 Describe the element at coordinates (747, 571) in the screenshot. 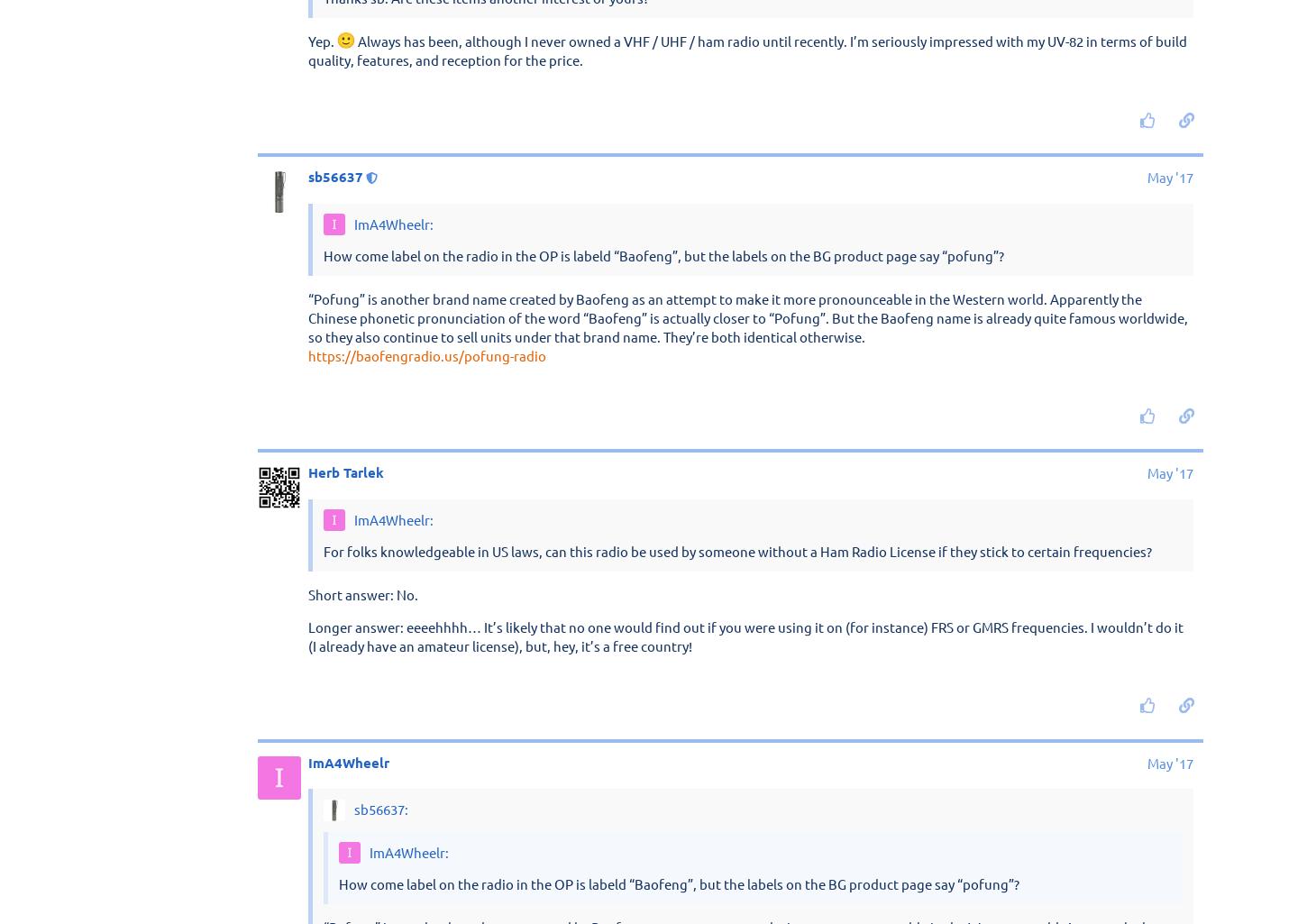

I see `'Always has been, although I never owned a VHF / UHF / ham radio until recently. I’m seriously impressed with my UV-82 in terms of build quality, features, and reception for the price.'` at that location.